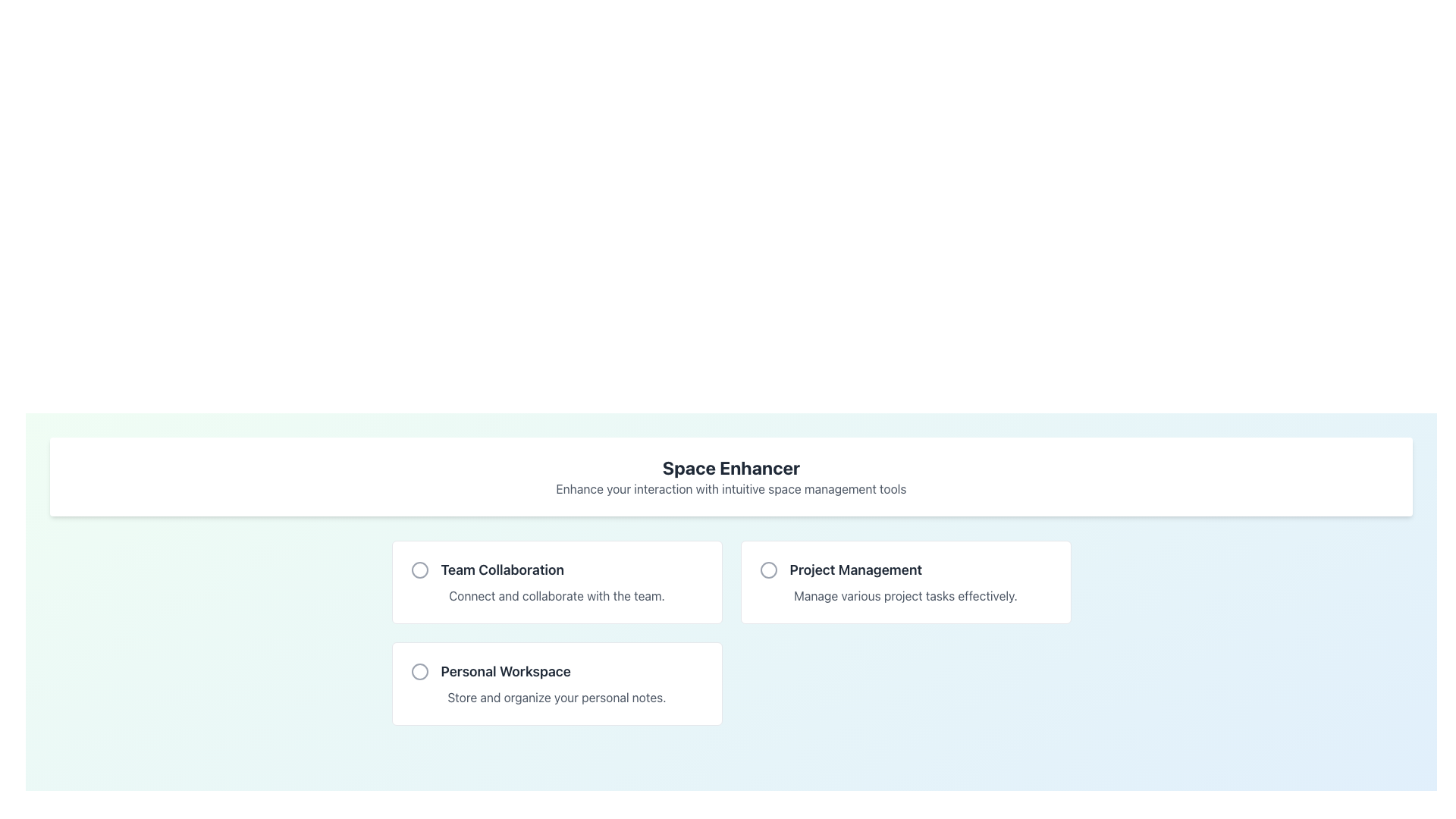 The width and height of the screenshot is (1456, 819). I want to click on descriptive information provided by the Text Label located directly below the title 'Project Management' within its selection card, so click(905, 595).